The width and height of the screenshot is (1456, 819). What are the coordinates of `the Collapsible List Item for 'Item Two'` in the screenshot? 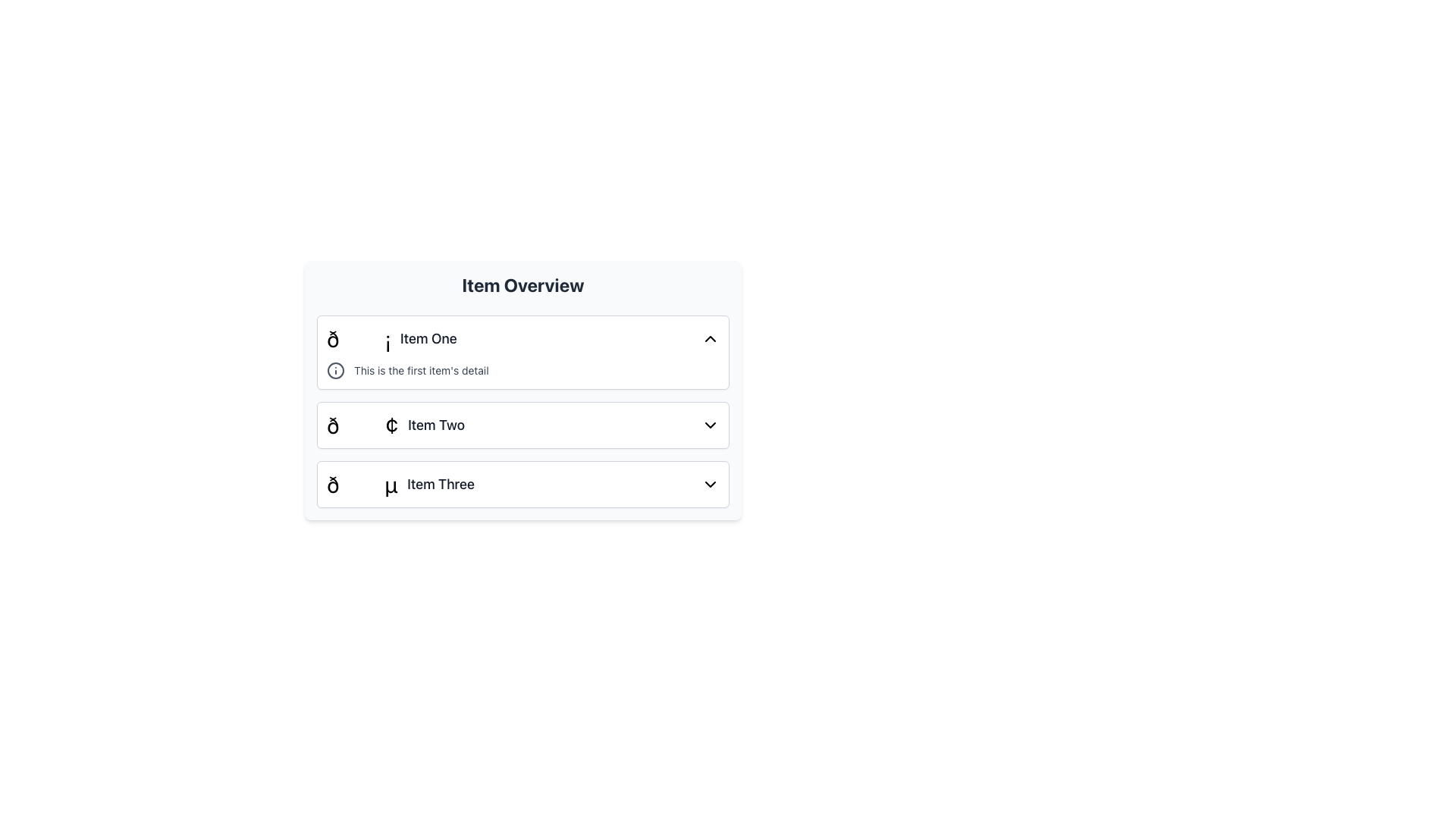 It's located at (523, 425).